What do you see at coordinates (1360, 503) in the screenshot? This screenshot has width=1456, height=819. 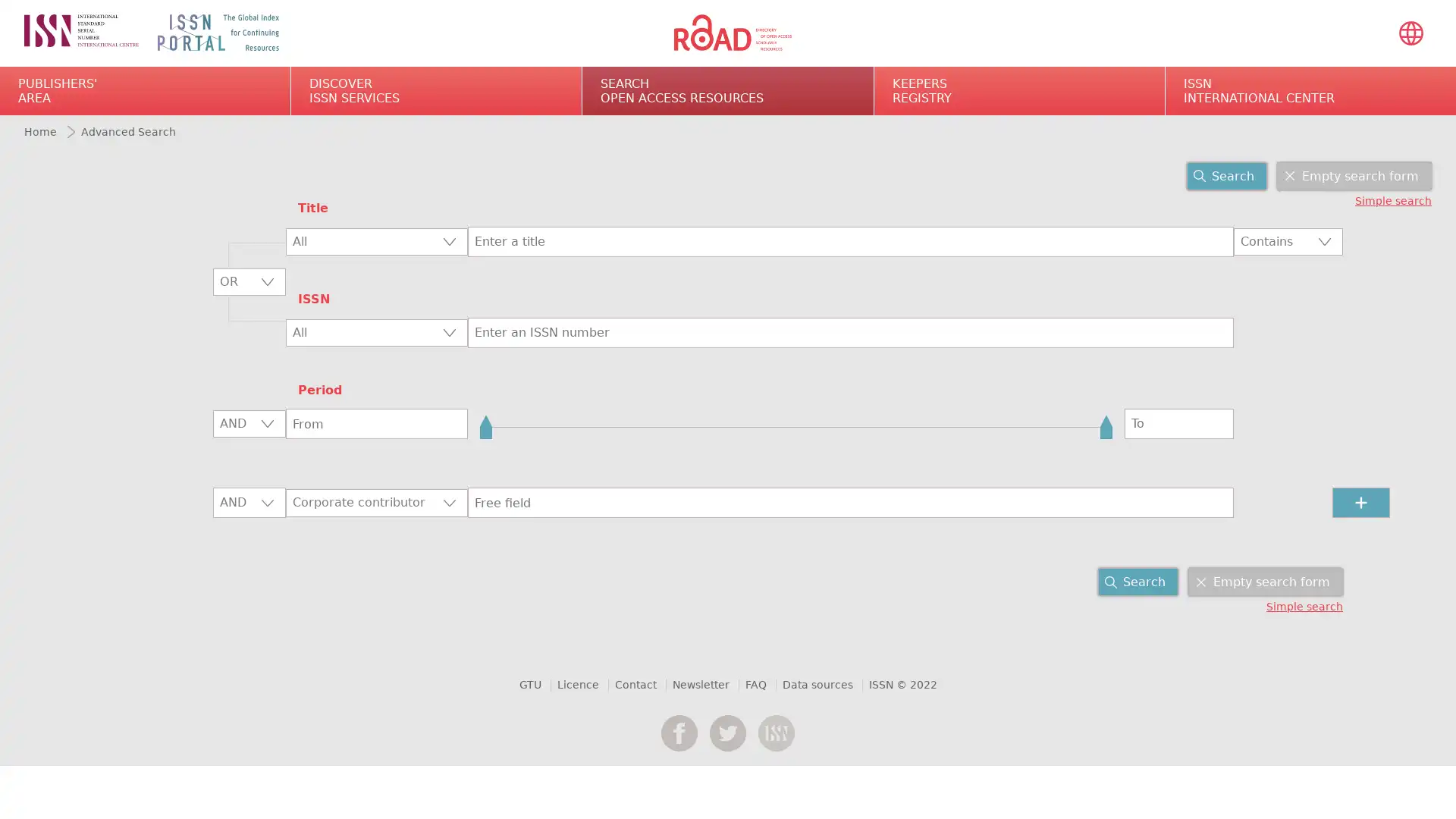 I see `+` at bounding box center [1360, 503].